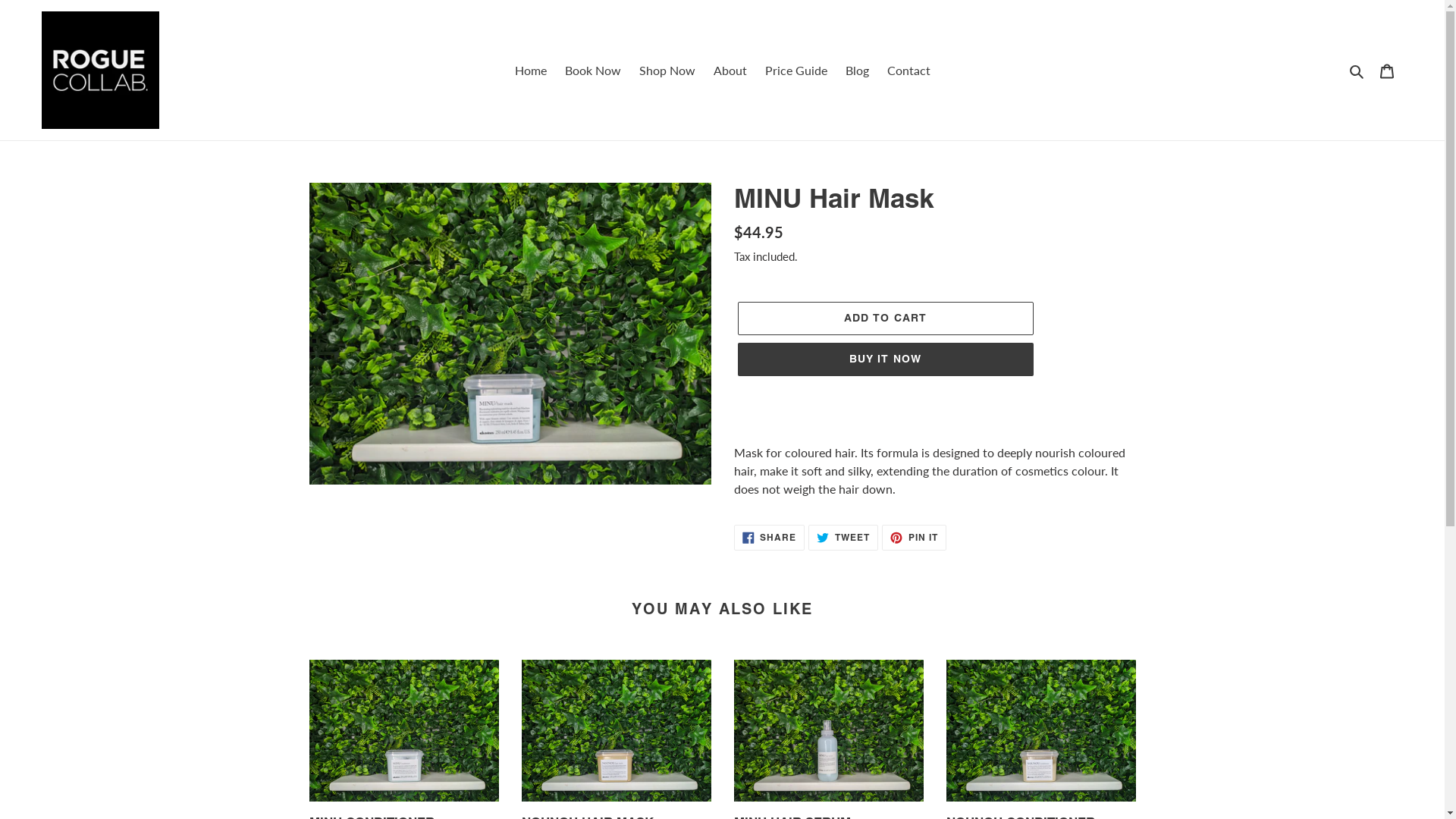 This screenshot has width=1456, height=819. What do you see at coordinates (729, 70) in the screenshot?
I see `'About'` at bounding box center [729, 70].